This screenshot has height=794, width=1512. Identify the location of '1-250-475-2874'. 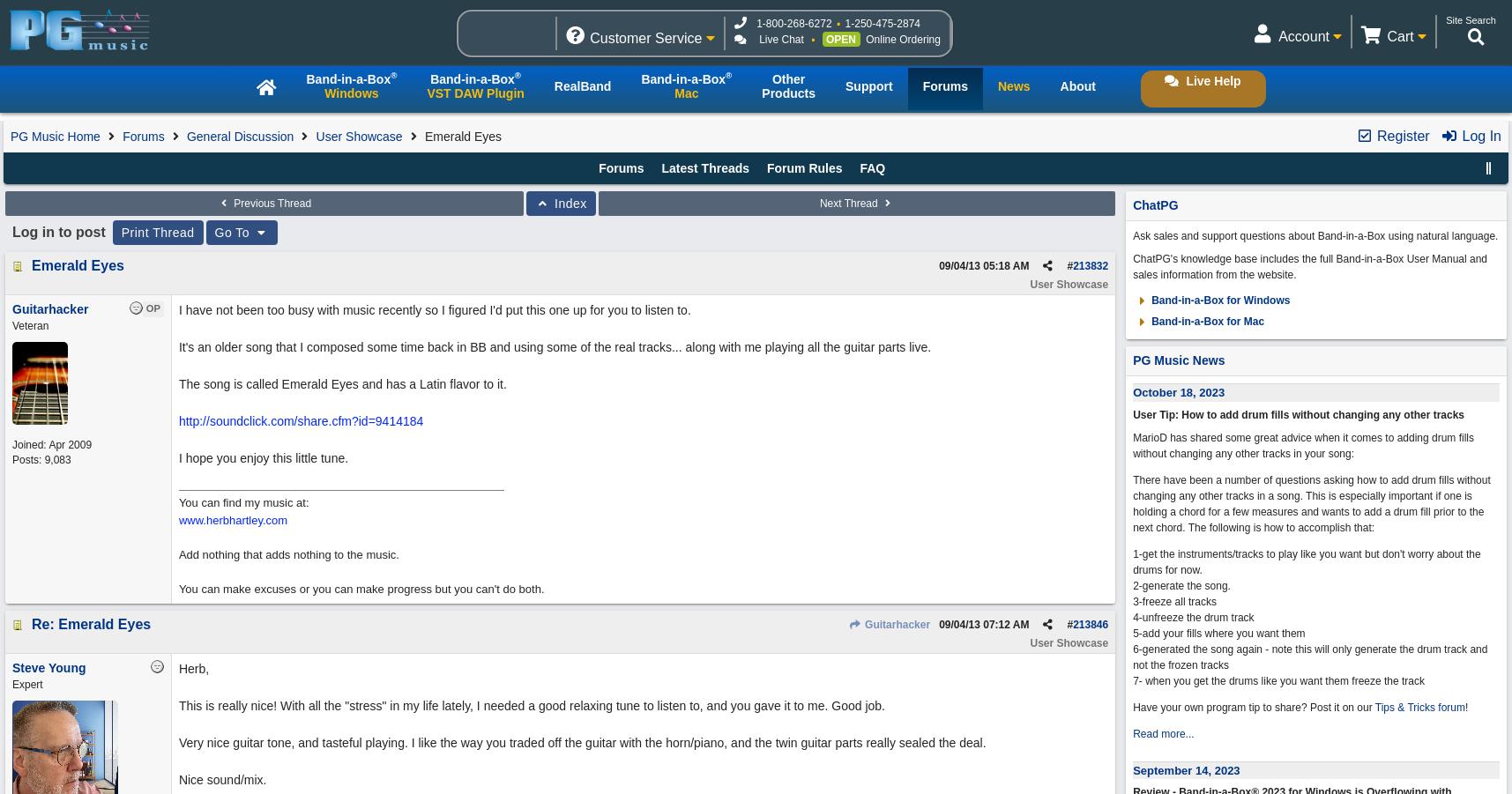
(882, 23).